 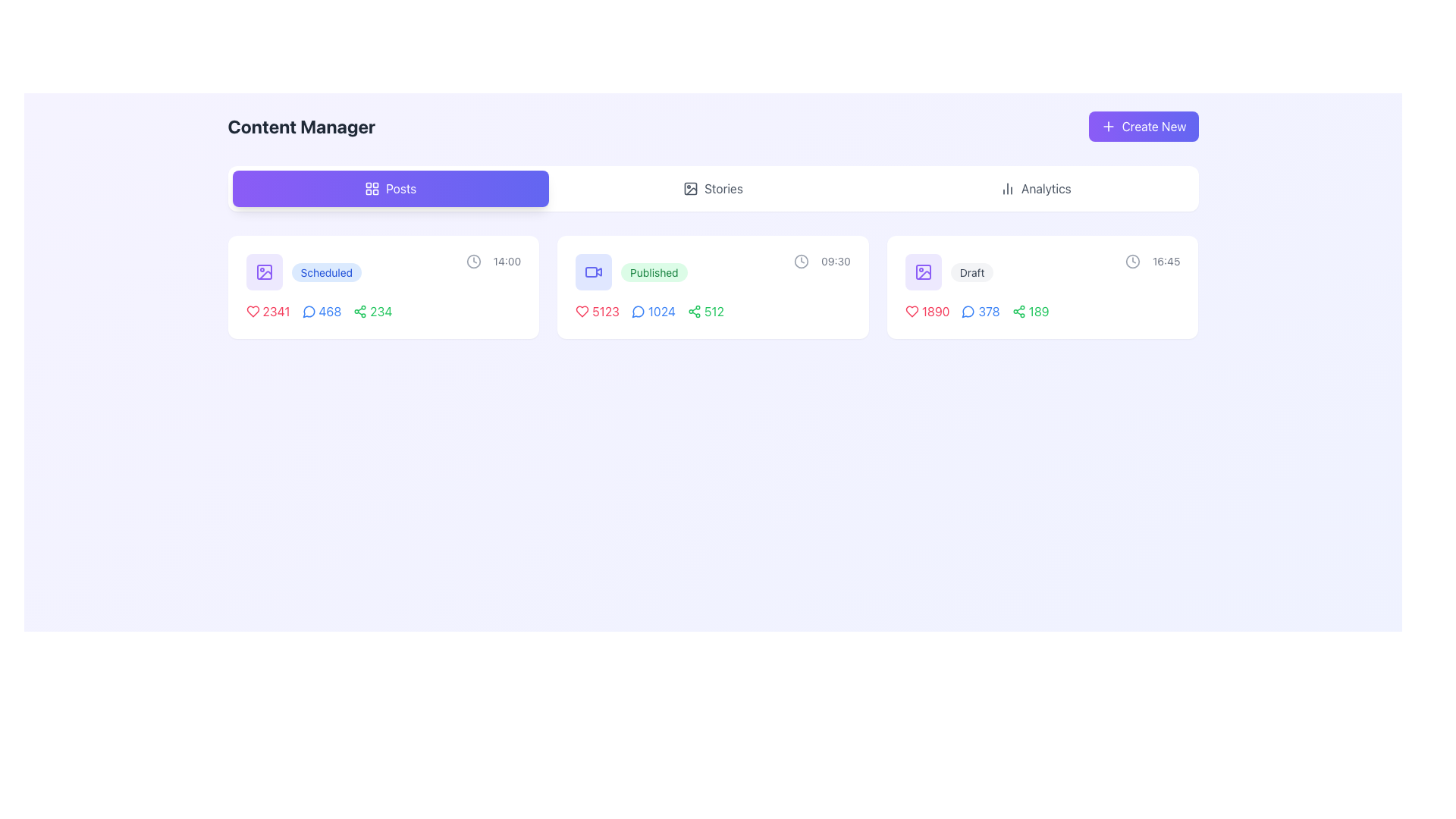 What do you see at coordinates (1007, 188) in the screenshot?
I see `the chart icon within the 'Analytics' button located on the right side of the main navigation bar` at bounding box center [1007, 188].